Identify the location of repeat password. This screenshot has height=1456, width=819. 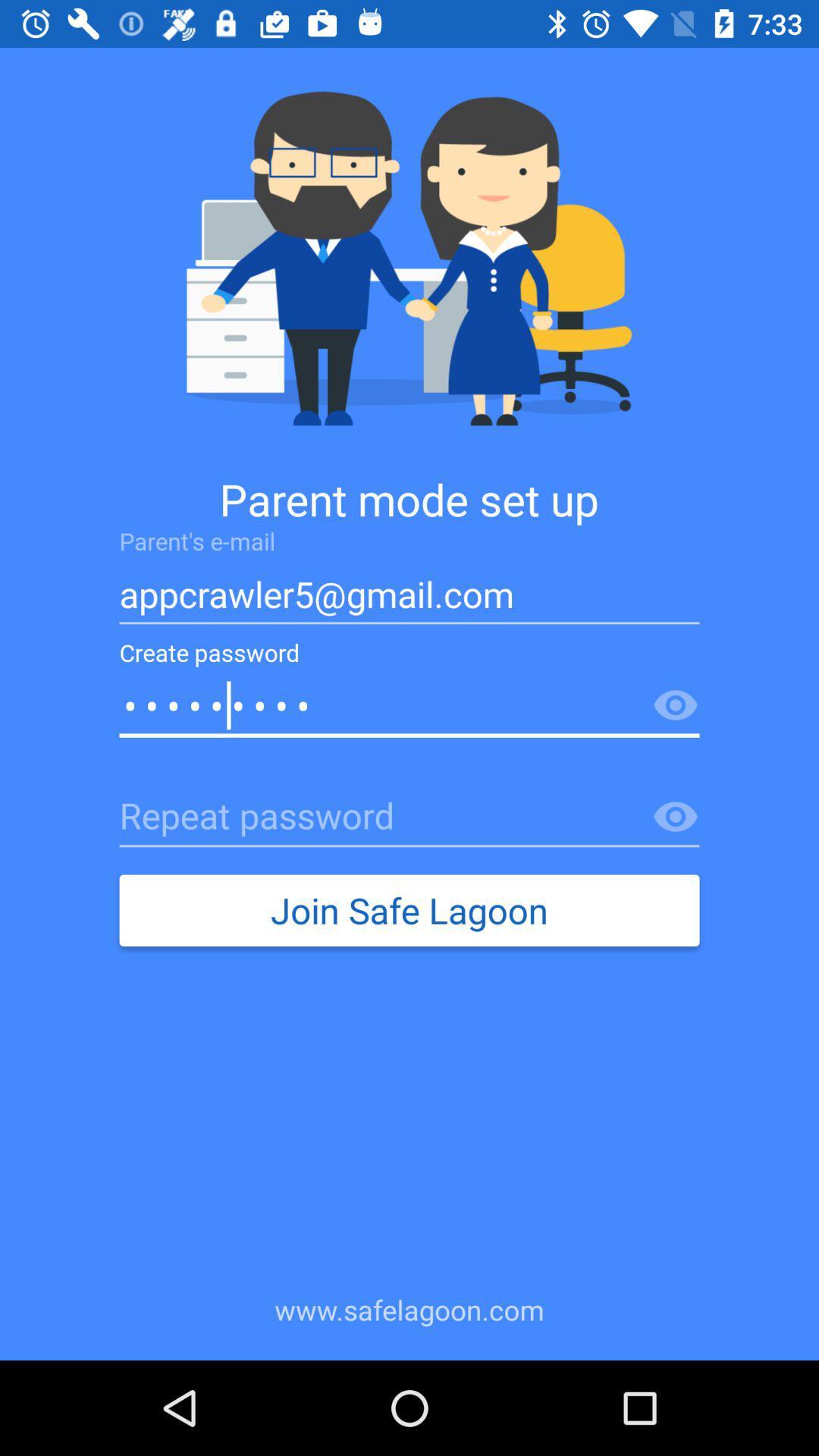
(409, 817).